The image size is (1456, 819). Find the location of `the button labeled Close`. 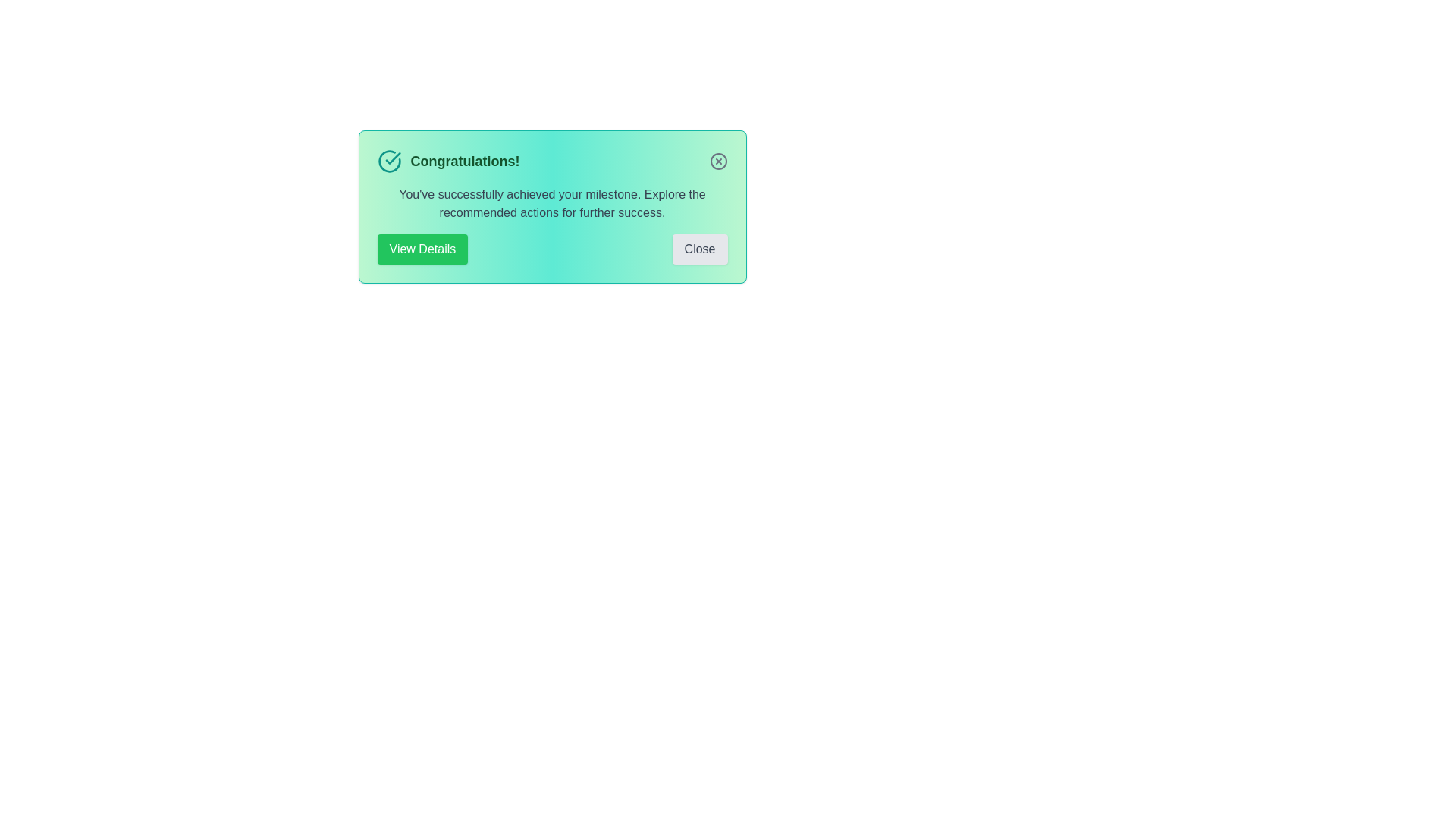

the button labeled Close is located at coordinates (699, 248).